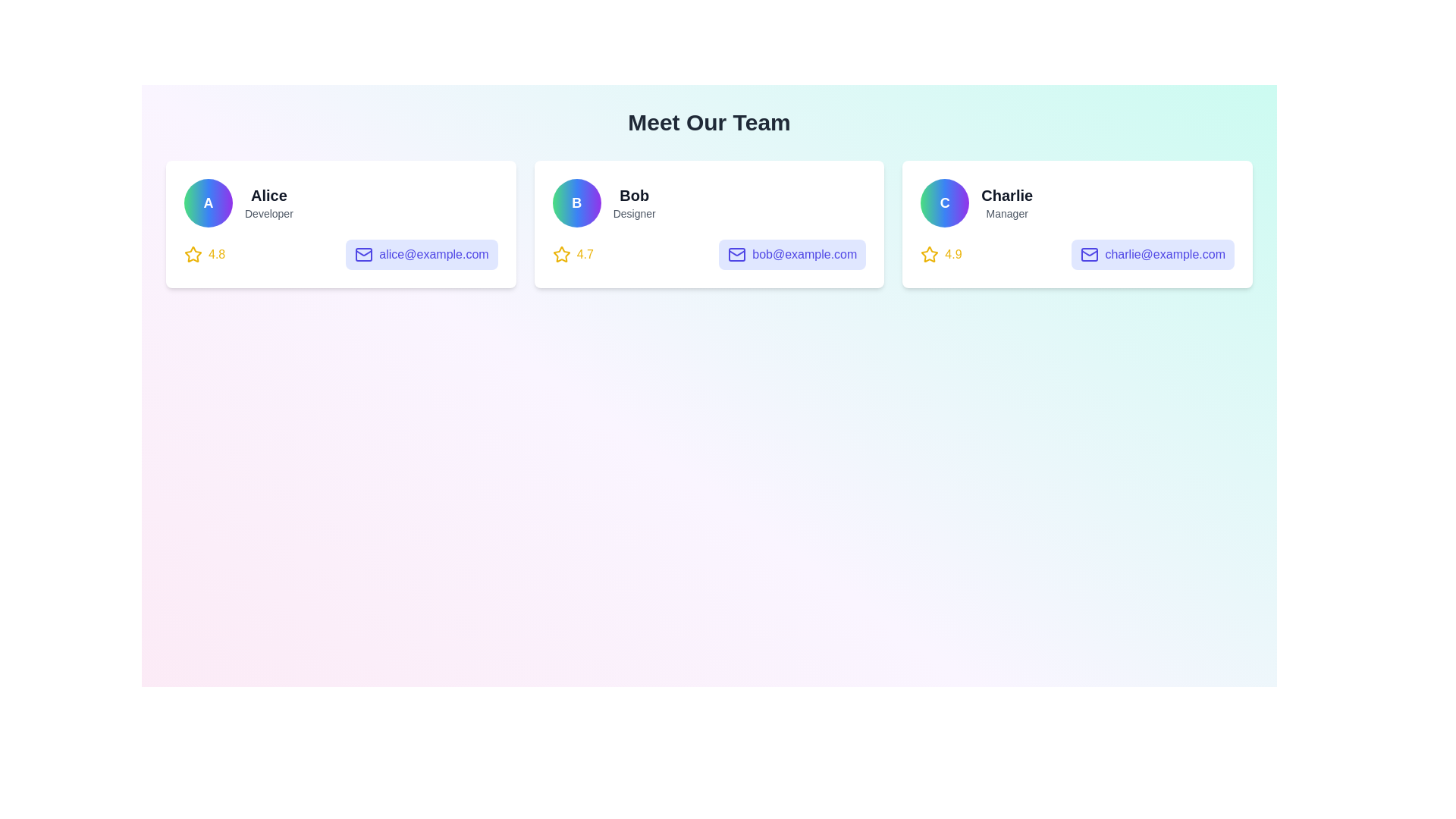  Describe the element at coordinates (1089, 253) in the screenshot. I see `the envelope icon located in the bottom-right corner of Charlie's card, next to the email address 'charlie@example.com'` at that location.